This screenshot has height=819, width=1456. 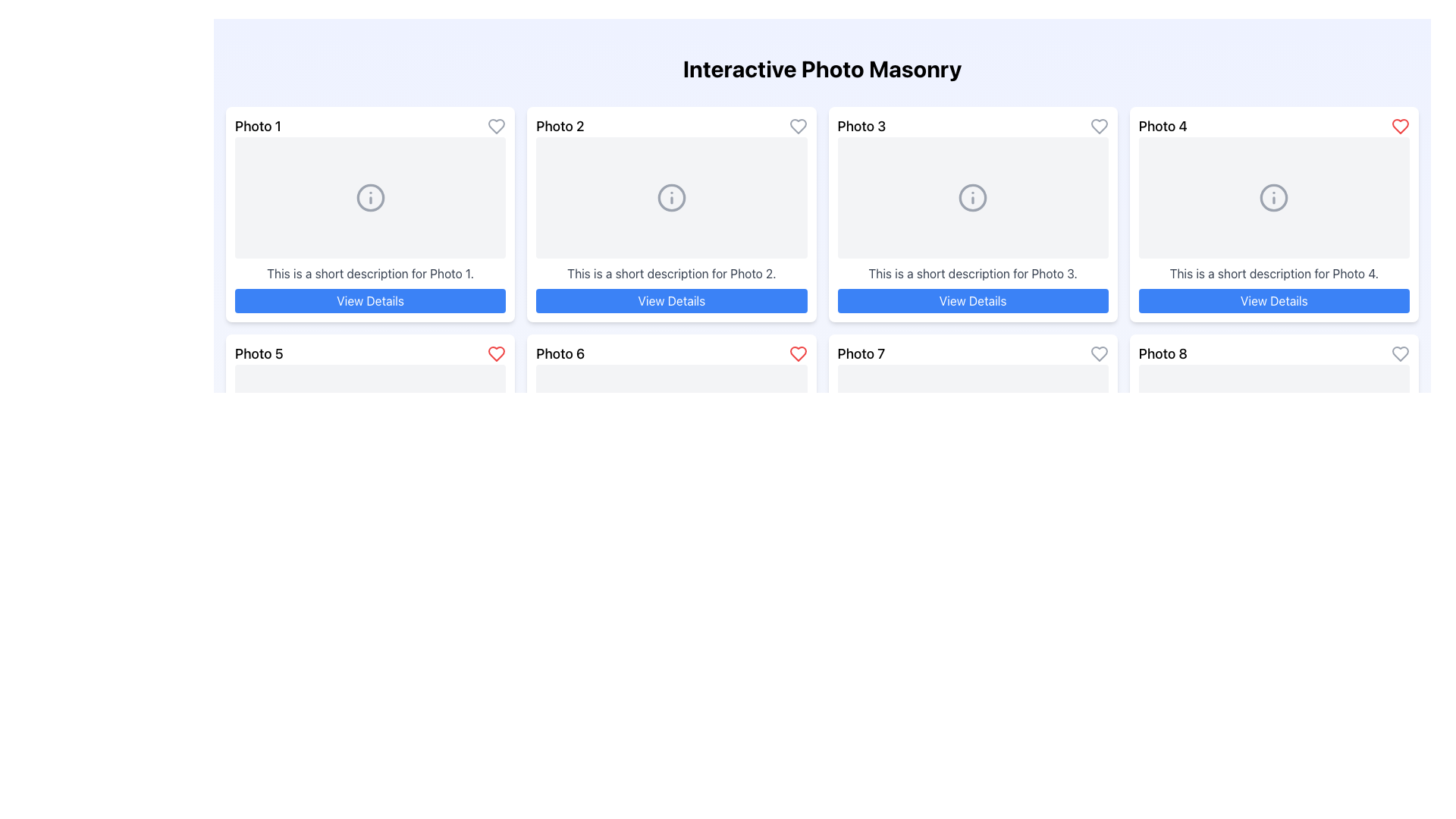 I want to click on the rounded circle element of the circular information icon located in the third 'Photo' grid item's image placeholder from the left in the top row, so click(x=973, y=197).